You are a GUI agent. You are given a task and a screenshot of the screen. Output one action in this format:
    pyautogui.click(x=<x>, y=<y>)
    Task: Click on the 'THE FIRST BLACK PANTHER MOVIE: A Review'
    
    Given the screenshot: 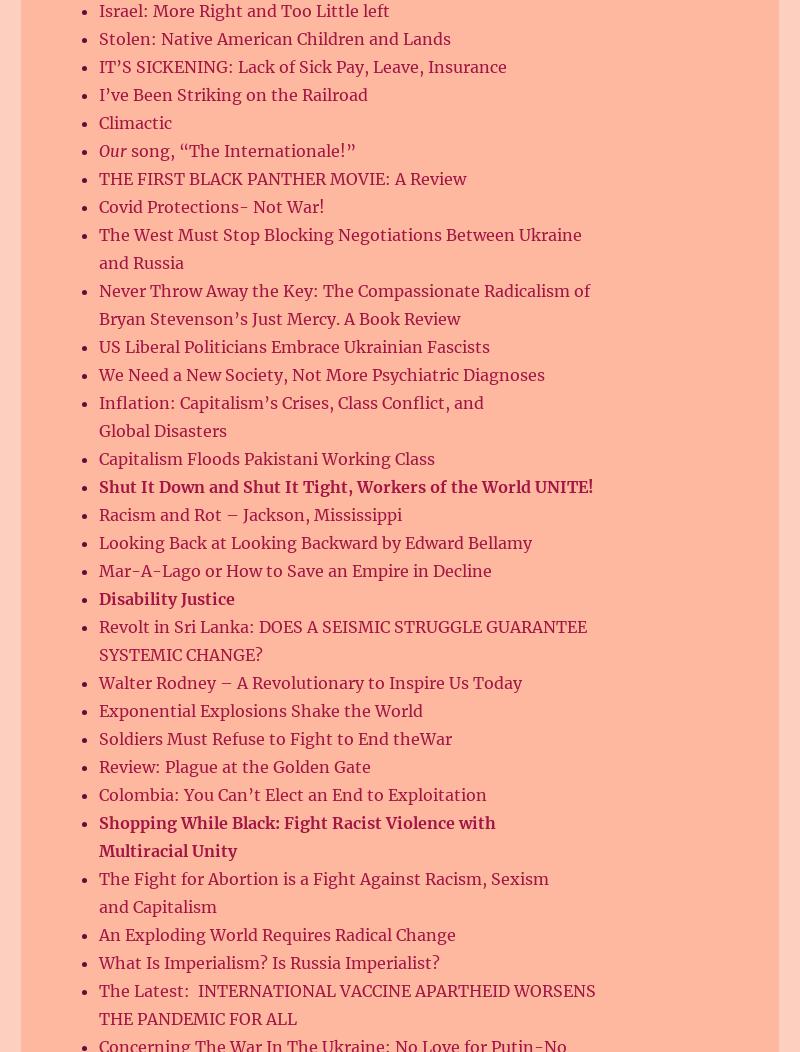 What is the action you would take?
    pyautogui.click(x=282, y=179)
    